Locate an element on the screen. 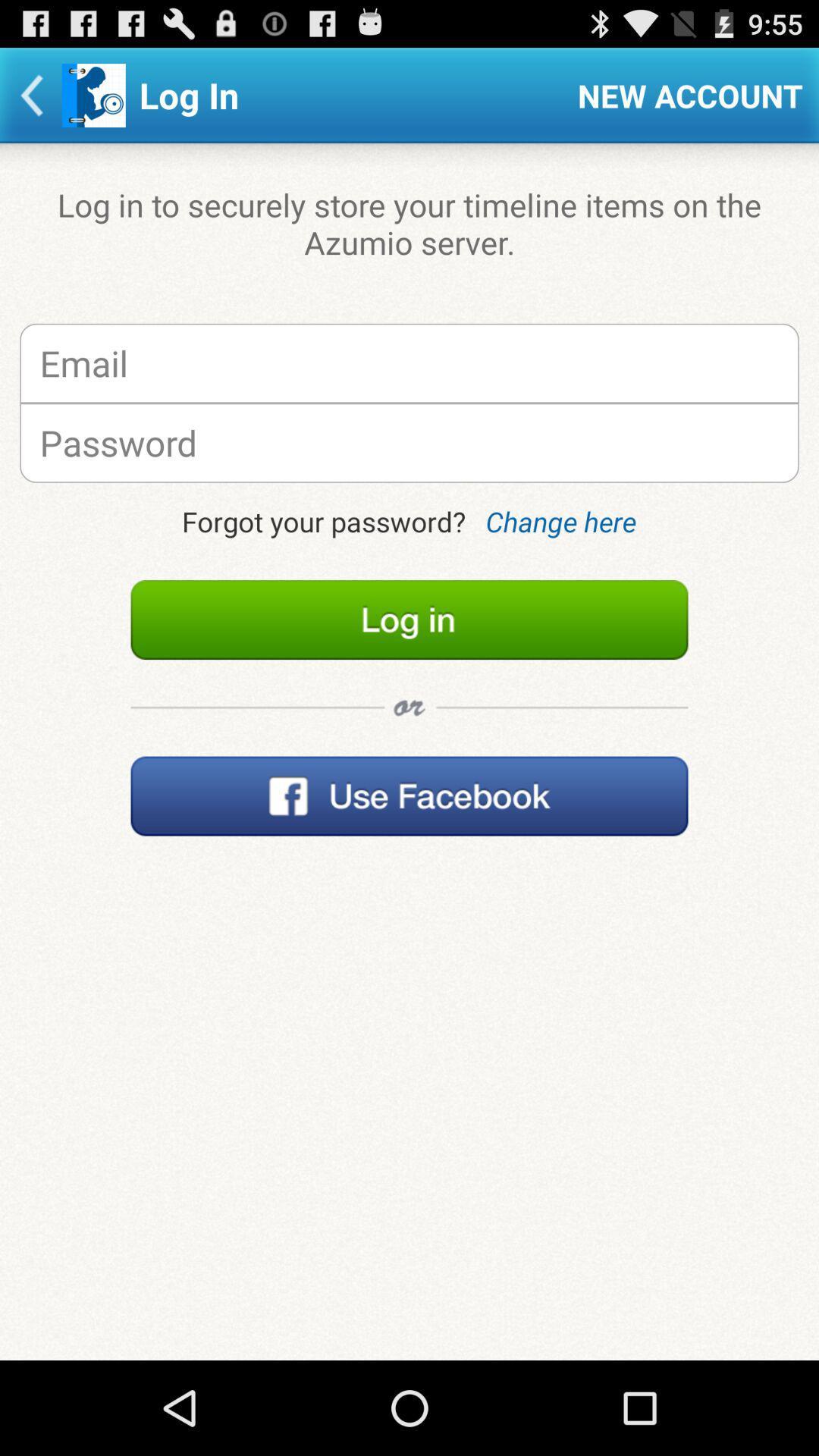 This screenshot has width=819, height=1456. facebook is located at coordinates (409, 795).